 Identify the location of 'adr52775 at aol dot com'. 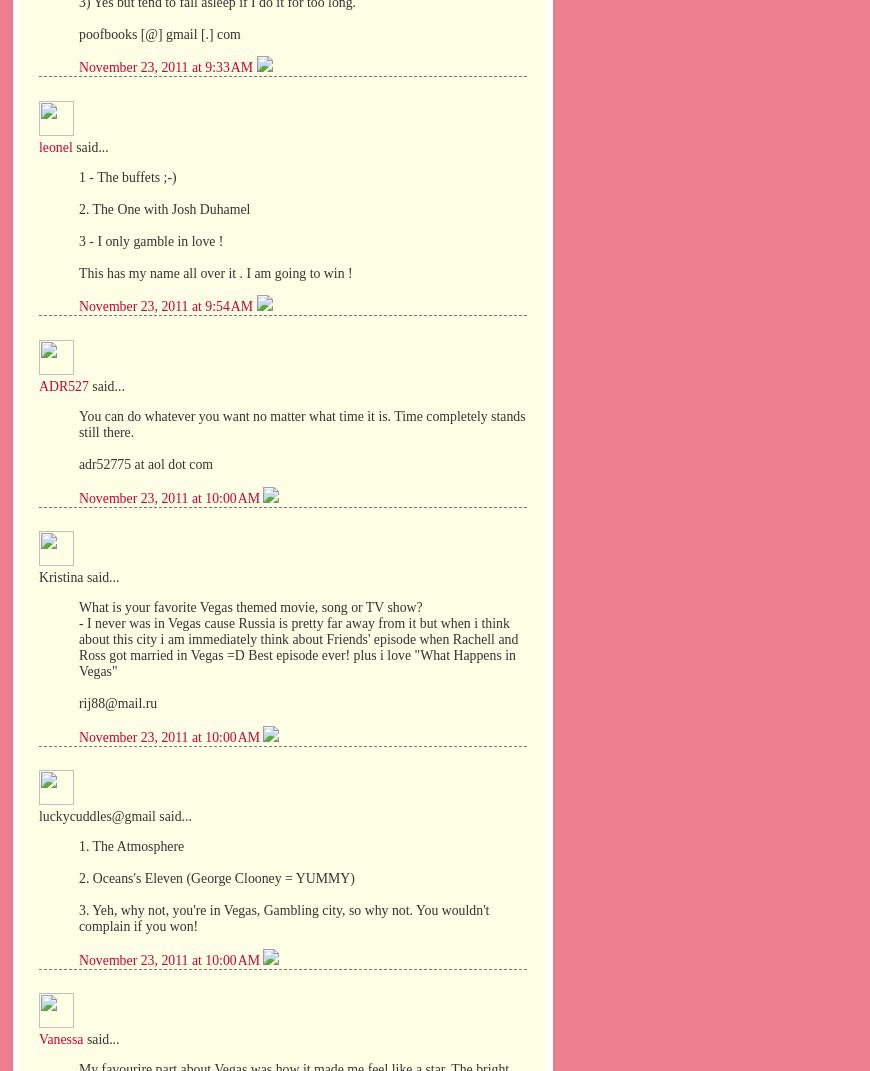
(144, 462).